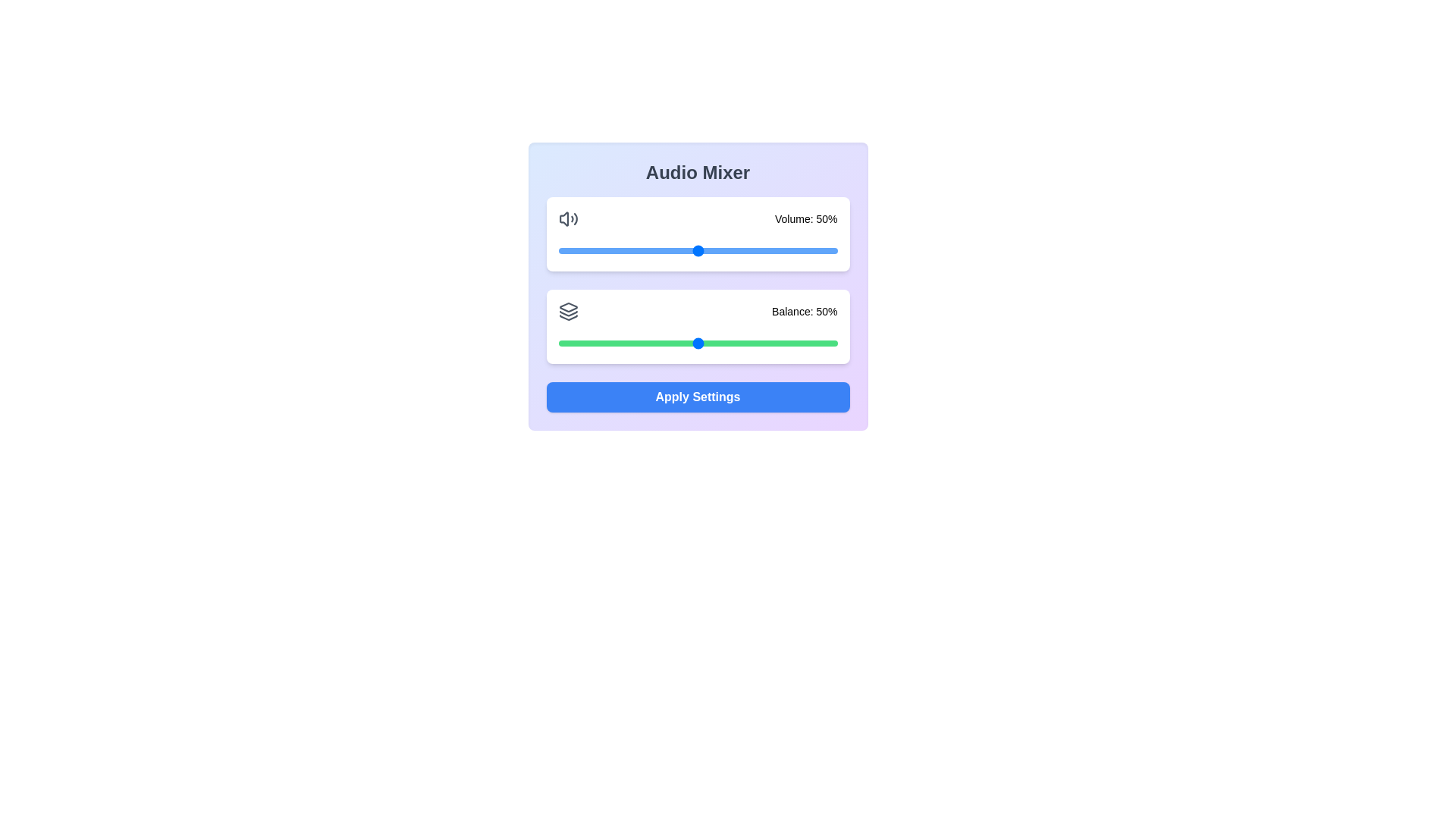  What do you see at coordinates (811, 343) in the screenshot?
I see `the balance to 91% by interacting with the slider` at bounding box center [811, 343].